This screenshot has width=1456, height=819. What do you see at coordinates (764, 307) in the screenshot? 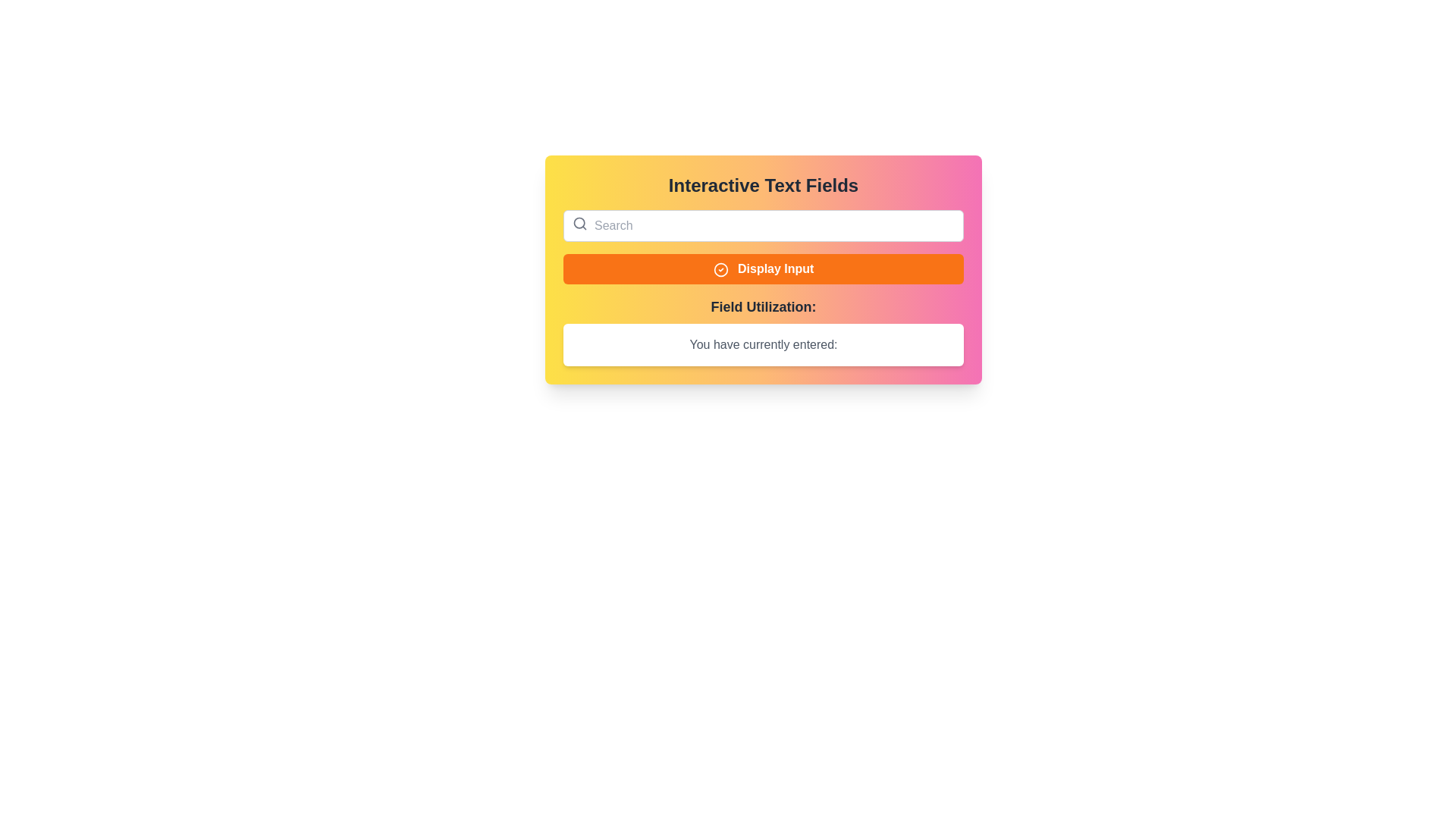
I see `the Static Text Label displaying 'Field Utilization:' which is styled in bold dark gray font, located below the 'Display Input' button and above 'You have currently entered:'` at bounding box center [764, 307].